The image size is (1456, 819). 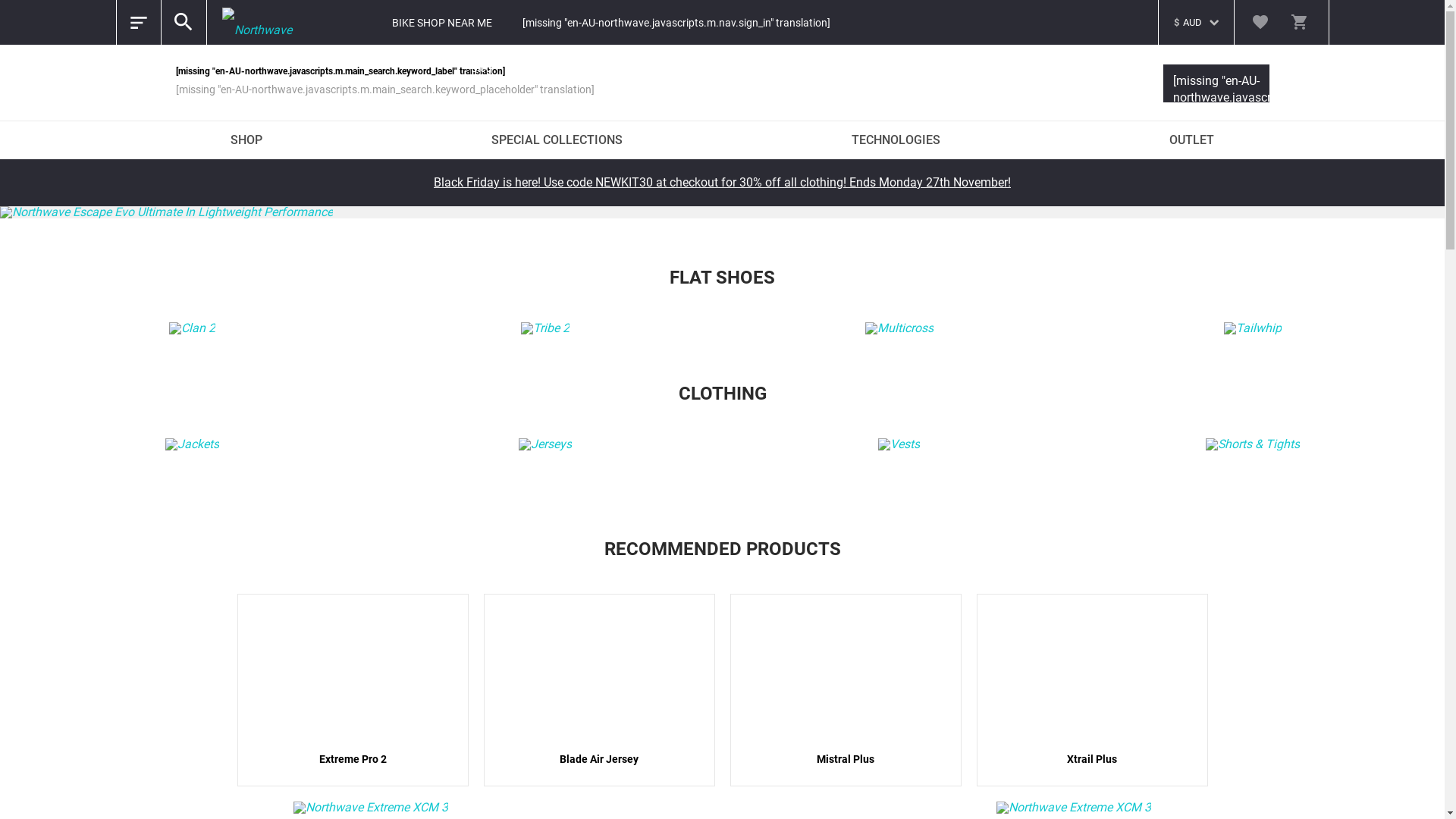 I want to click on '$AUD', so click(x=1165, y=14).